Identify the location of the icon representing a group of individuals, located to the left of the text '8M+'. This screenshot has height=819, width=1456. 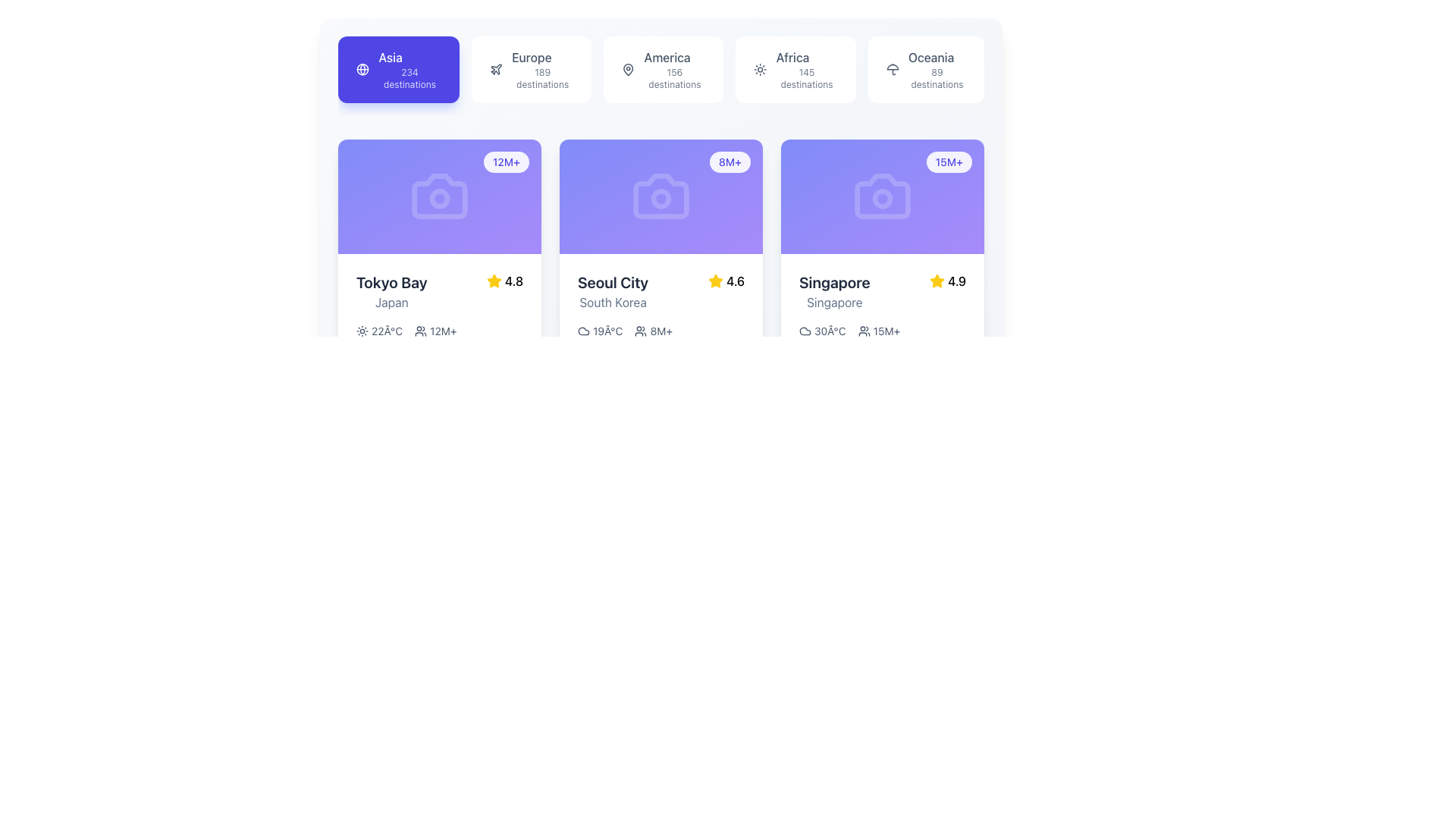
(641, 330).